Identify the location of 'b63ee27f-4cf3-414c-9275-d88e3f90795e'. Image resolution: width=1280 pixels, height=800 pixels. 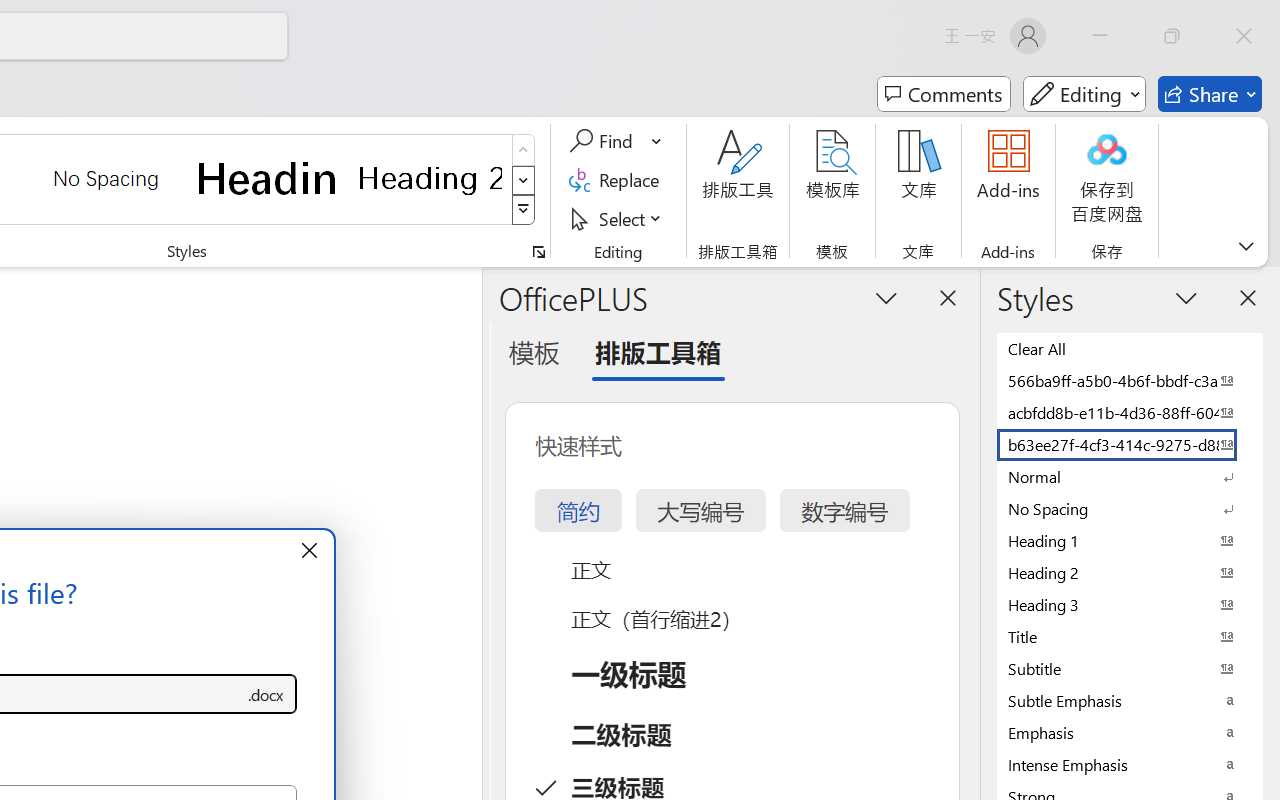
(1130, 443).